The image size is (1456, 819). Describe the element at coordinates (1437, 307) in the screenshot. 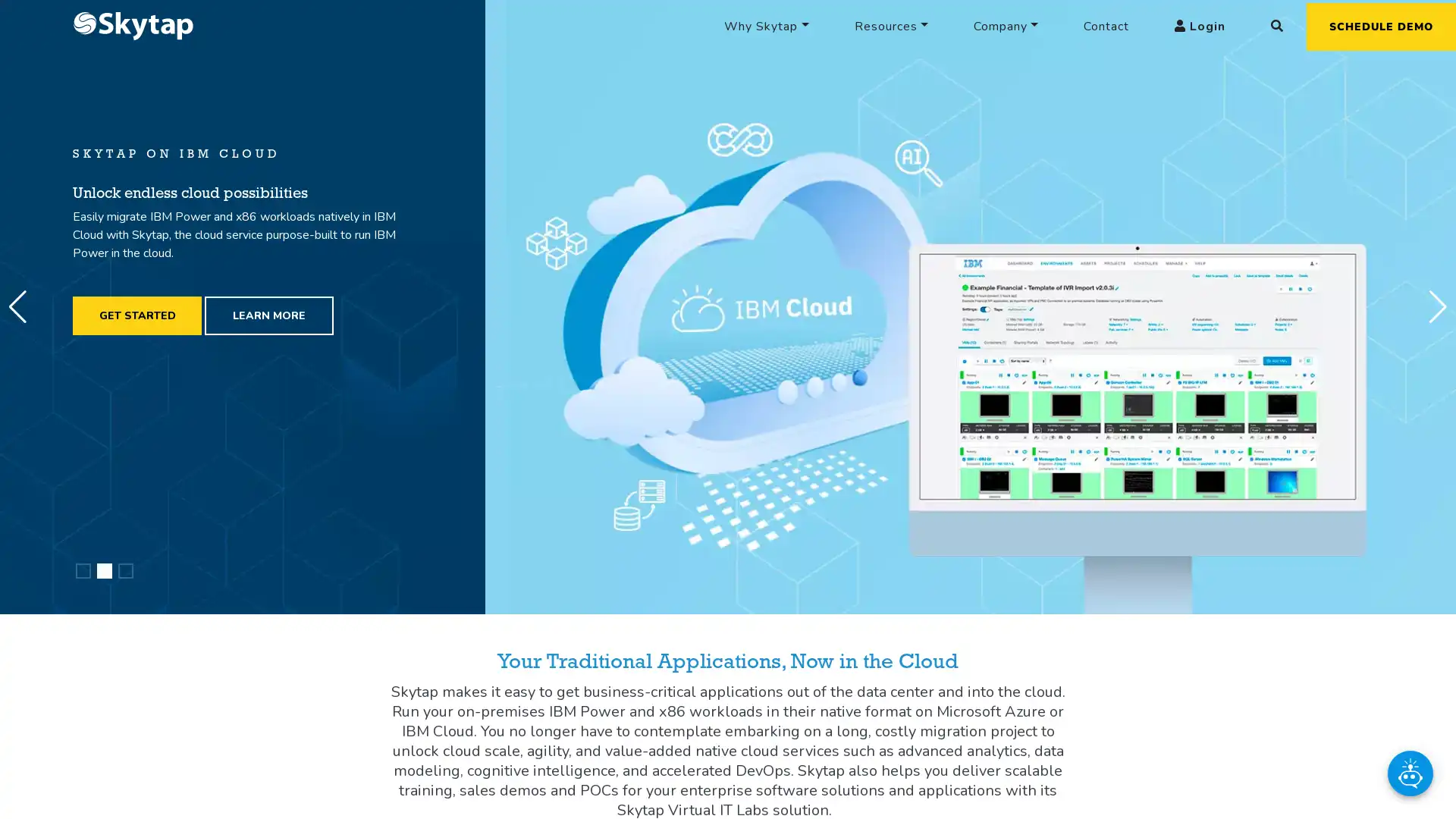

I see `Next slide` at that location.